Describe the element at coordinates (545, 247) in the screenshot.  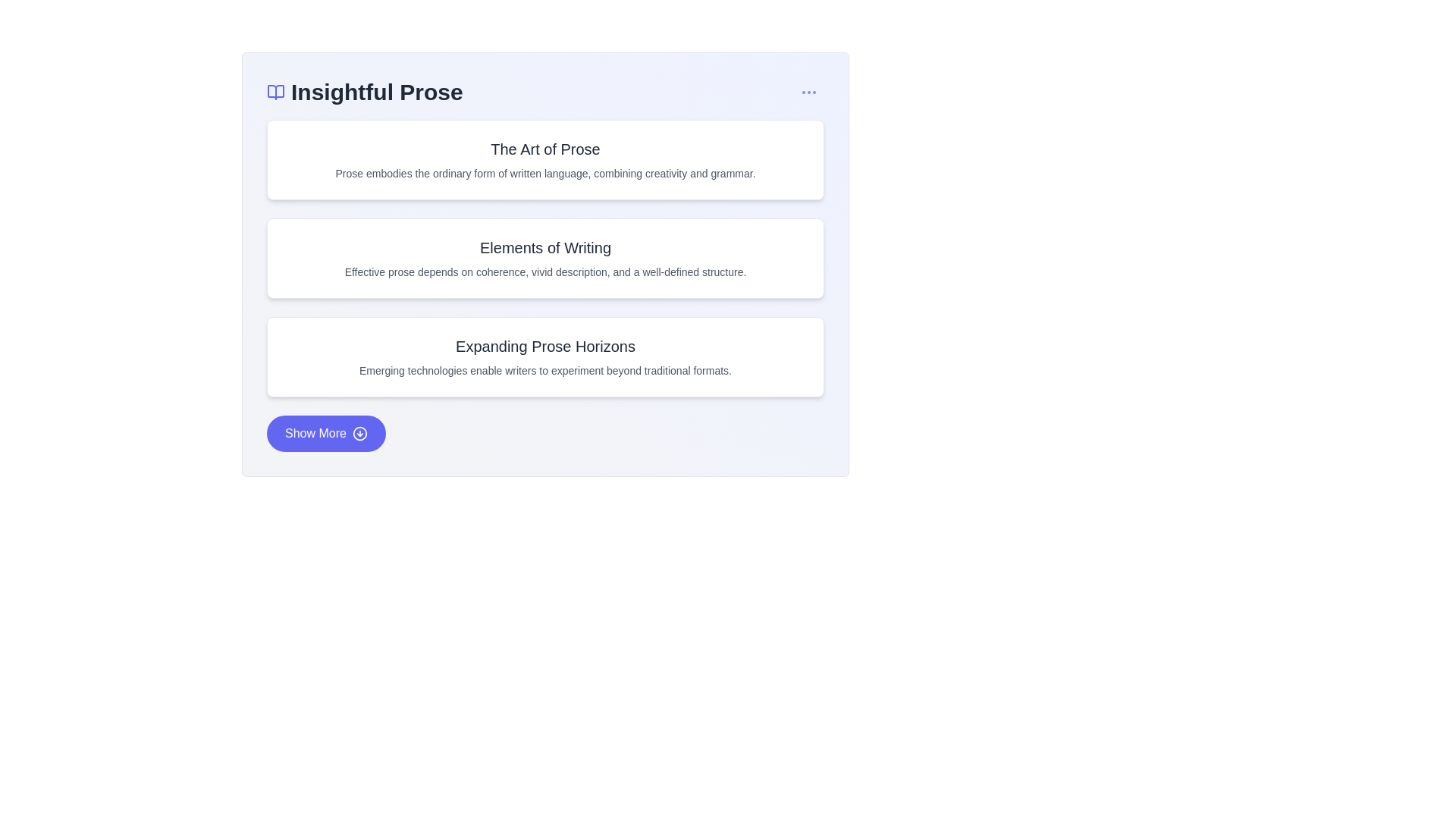
I see `the heading text labeled 'Elements of Writing' which is styled with large, bold text and positioned at the top of the second card in a vertically aligned list of three cards` at that location.